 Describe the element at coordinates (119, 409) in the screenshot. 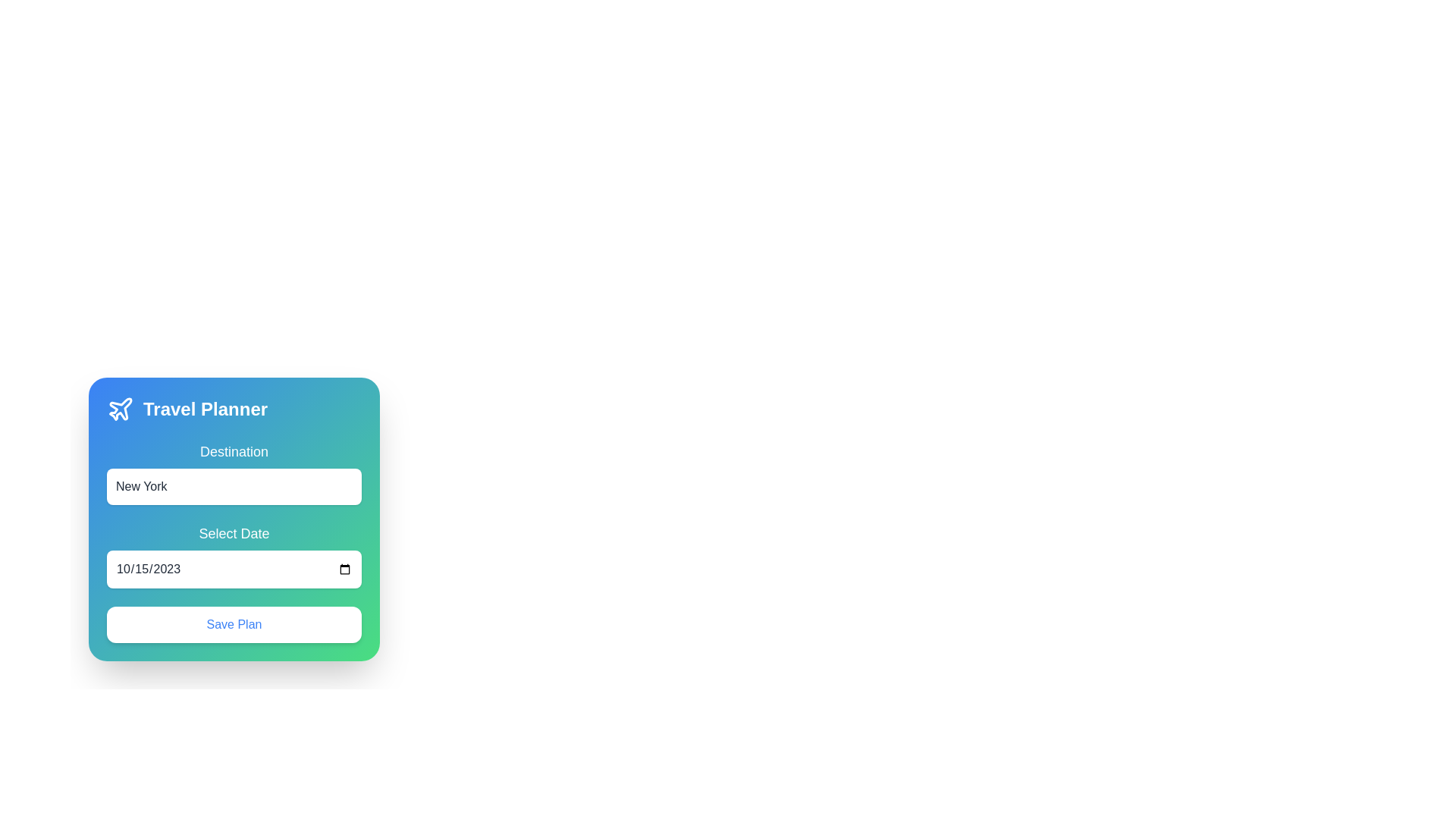

I see `the decorative travel icon located at the top left of the card interface, preceding the text 'Travel Planner'` at that location.